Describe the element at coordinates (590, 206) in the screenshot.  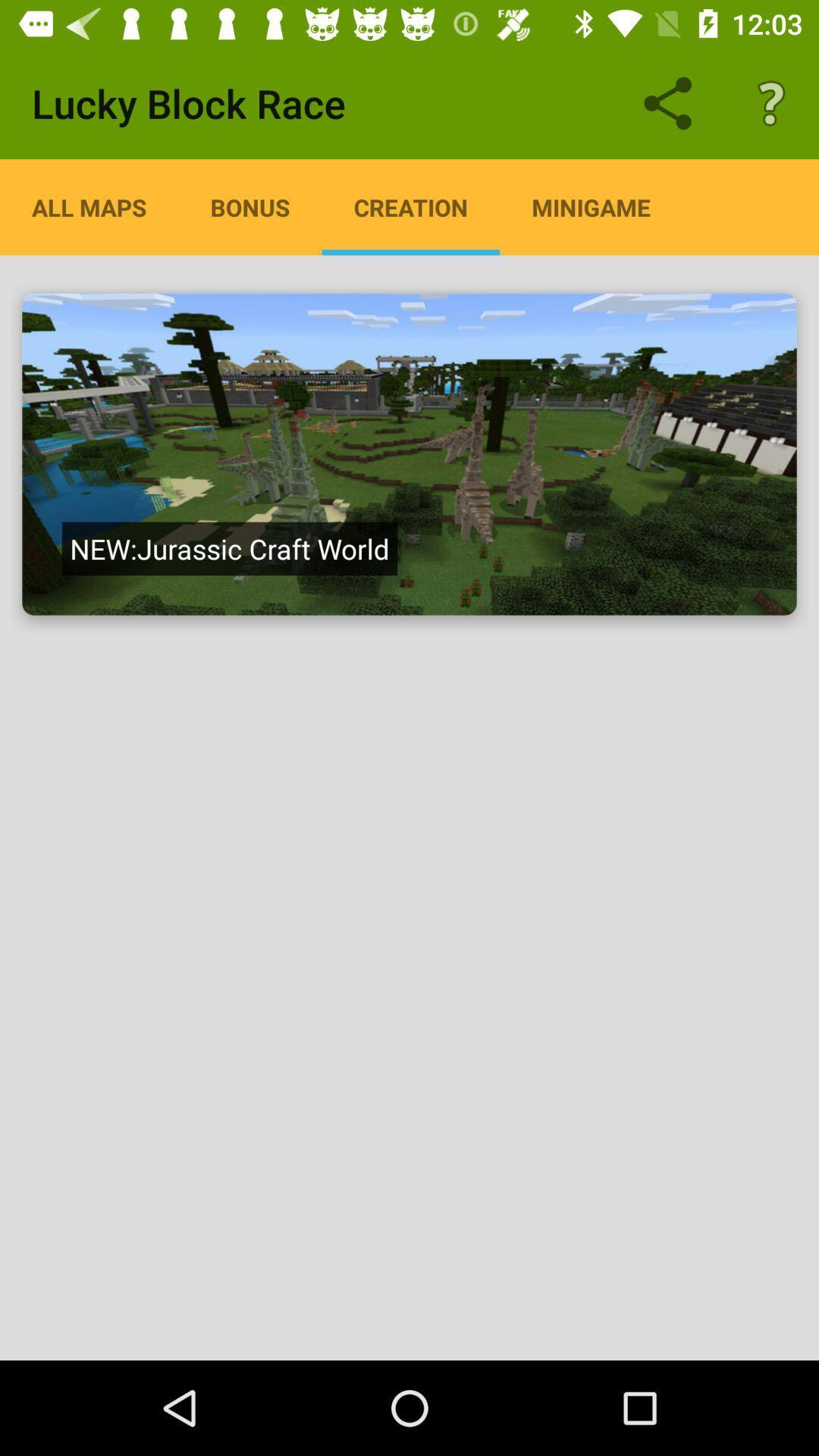
I see `minigame` at that location.